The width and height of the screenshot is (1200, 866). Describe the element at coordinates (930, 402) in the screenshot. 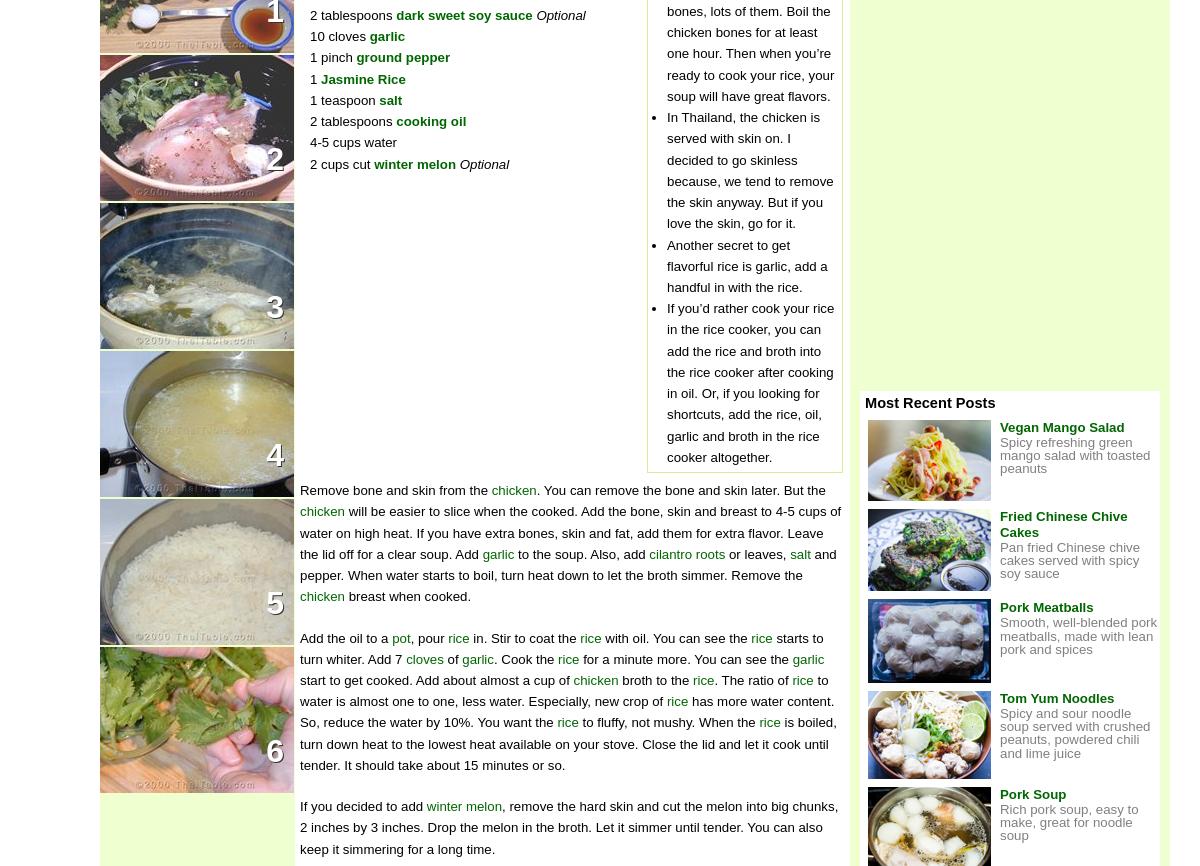

I see `'Most Recent Posts'` at that location.